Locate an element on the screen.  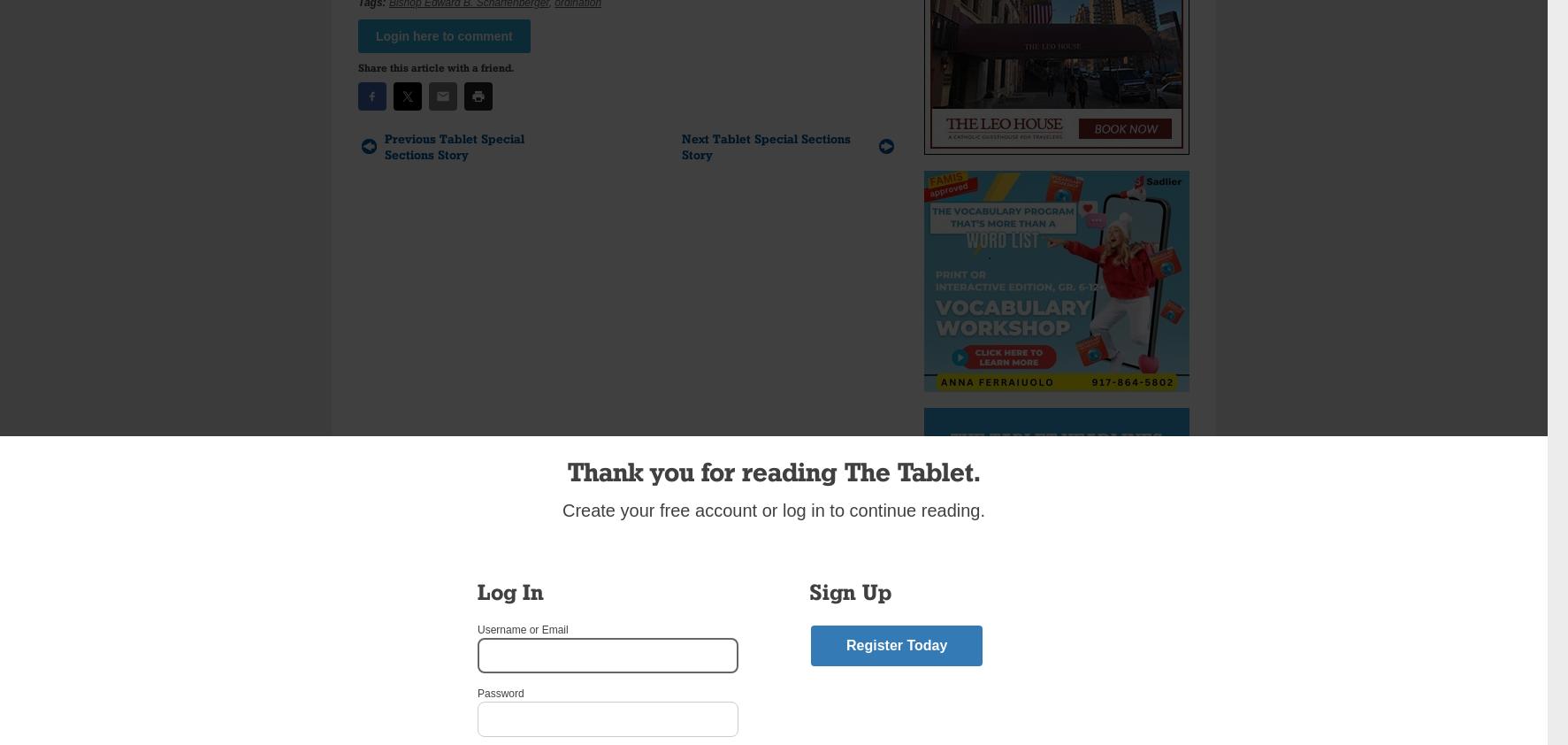
'More info' is located at coordinates (1083, 576).